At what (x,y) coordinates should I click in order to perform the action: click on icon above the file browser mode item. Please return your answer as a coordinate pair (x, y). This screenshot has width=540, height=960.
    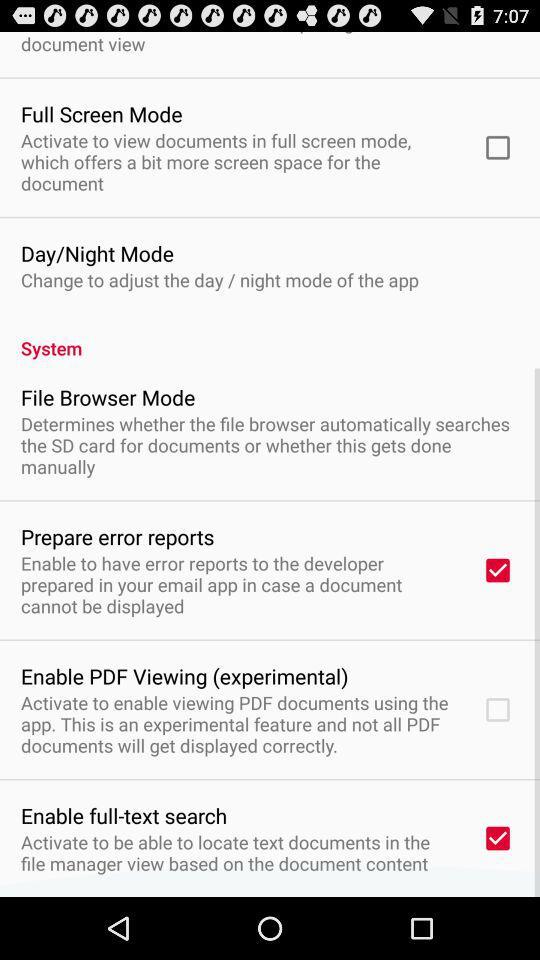
    Looking at the image, I should click on (270, 337).